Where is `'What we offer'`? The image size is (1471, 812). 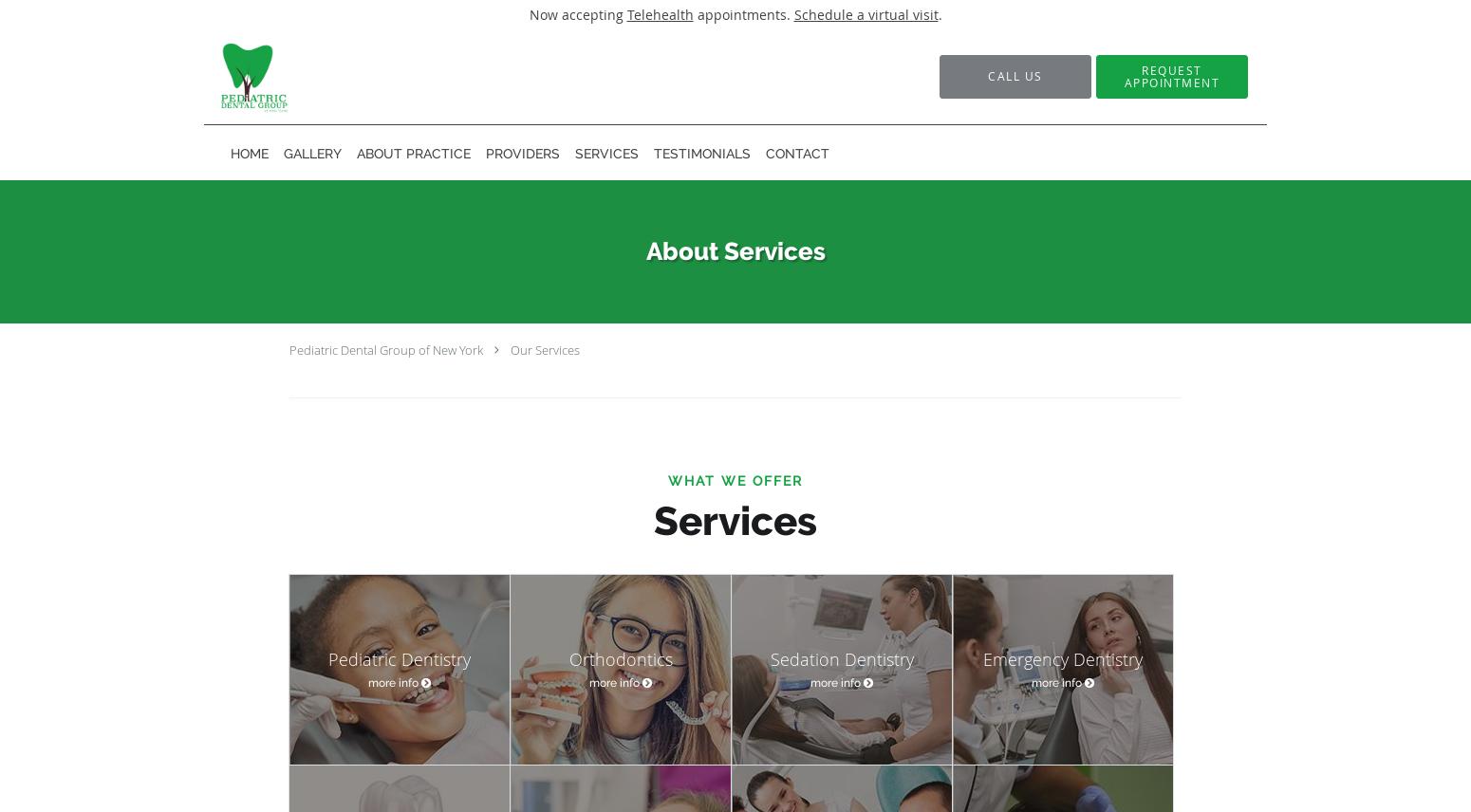 'What we offer' is located at coordinates (735, 481).